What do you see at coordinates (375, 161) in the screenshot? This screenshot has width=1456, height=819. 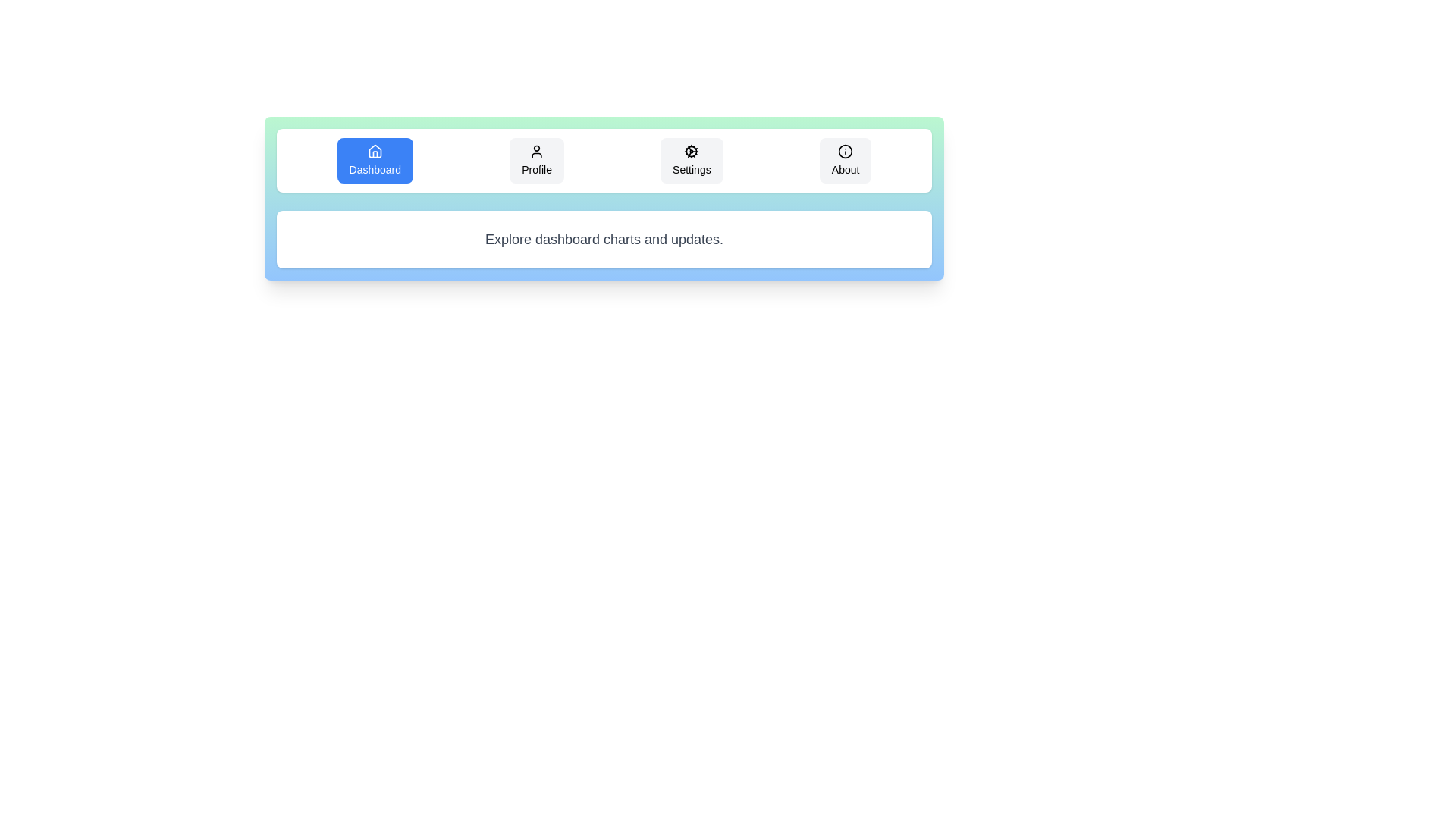 I see `the tab labeled Dashboard to observe the hover effect` at bounding box center [375, 161].